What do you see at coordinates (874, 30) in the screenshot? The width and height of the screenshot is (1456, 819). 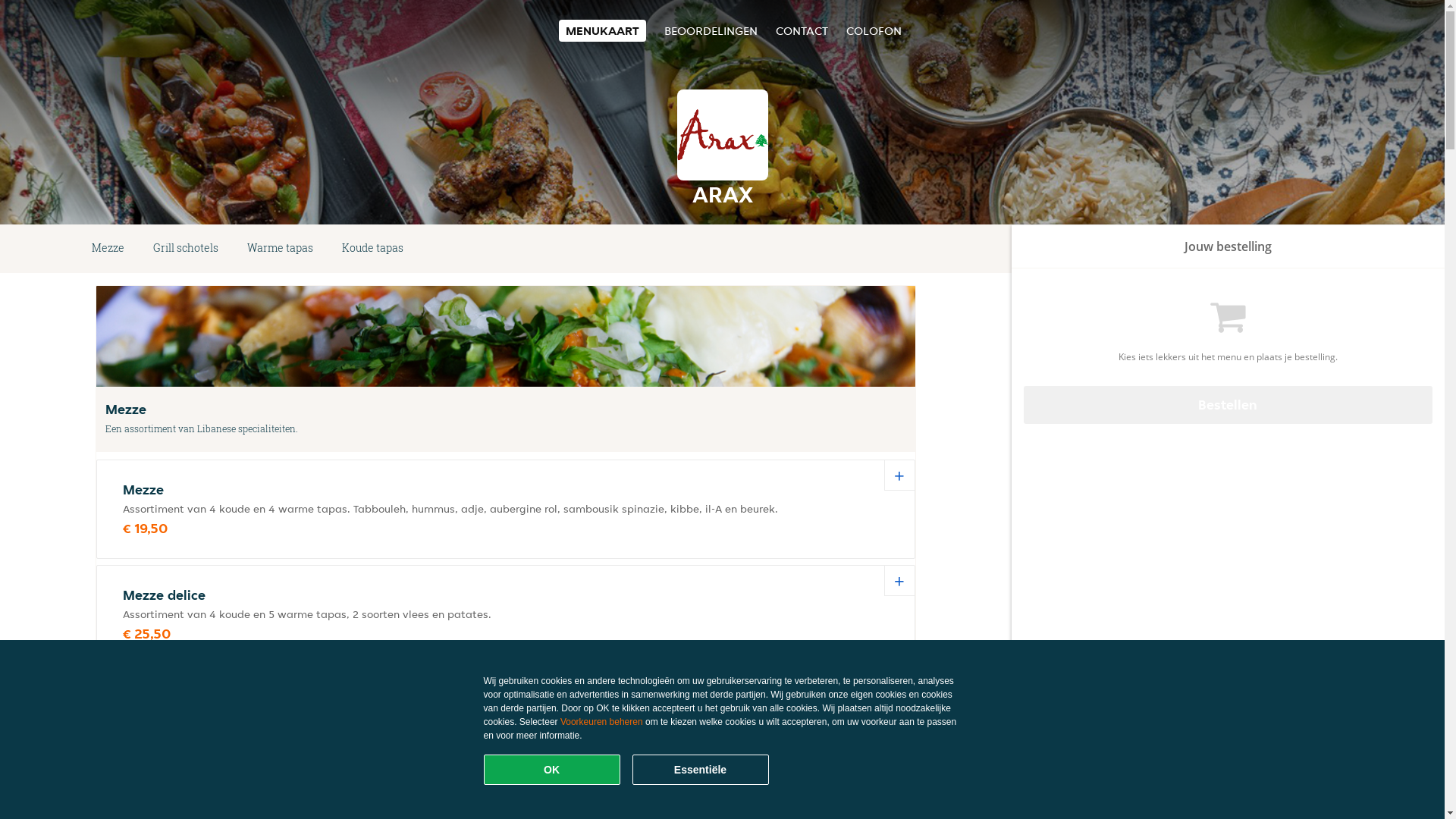 I see `'COLOFON'` at bounding box center [874, 30].